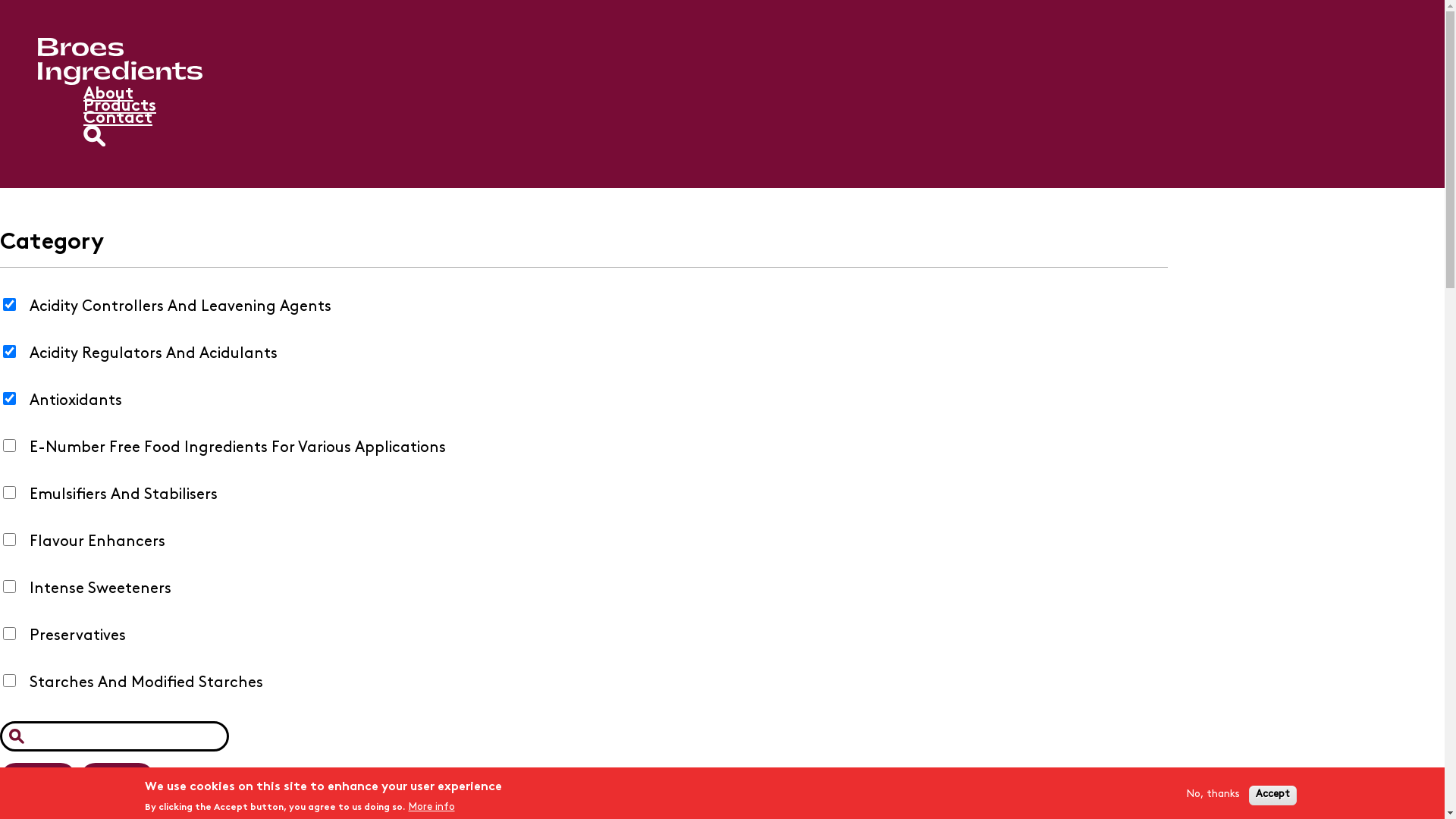 This screenshot has height=819, width=1456. Describe the element at coordinates (1272, 794) in the screenshot. I see `'Accept'` at that location.